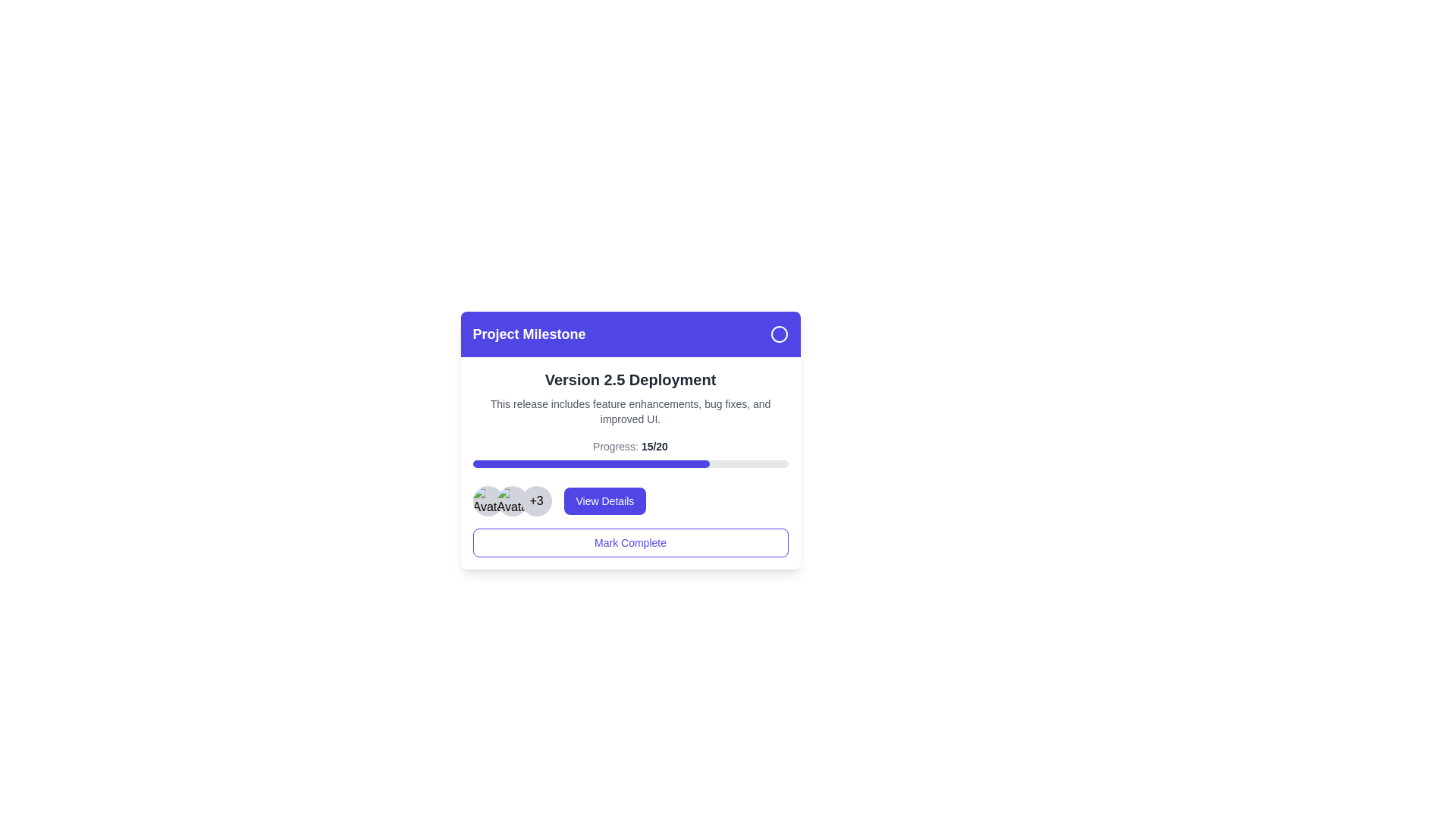 The width and height of the screenshot is (1456, 819). I want to click on the first circular avatar placeholder with a light gray background located in a row of overlapping avatars, so click(488, 500).